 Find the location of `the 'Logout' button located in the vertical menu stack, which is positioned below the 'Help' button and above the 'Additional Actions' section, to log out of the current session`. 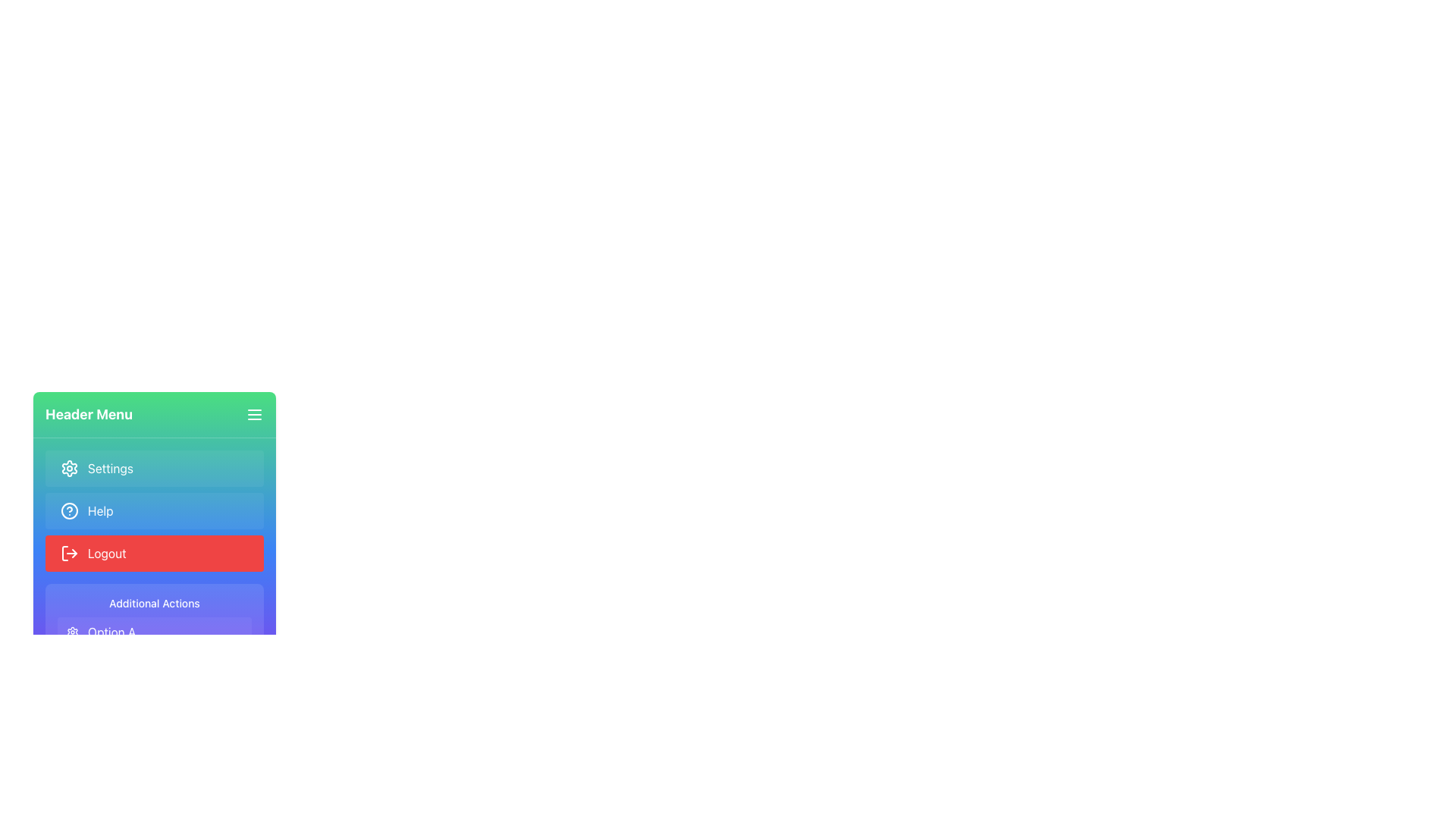

the 'Logout' button located in the vertical menu stack, which is positioned below the 'Help' button and above the 'Additional Actions' section, to log out of the current session is located at coordinates (154, 550).